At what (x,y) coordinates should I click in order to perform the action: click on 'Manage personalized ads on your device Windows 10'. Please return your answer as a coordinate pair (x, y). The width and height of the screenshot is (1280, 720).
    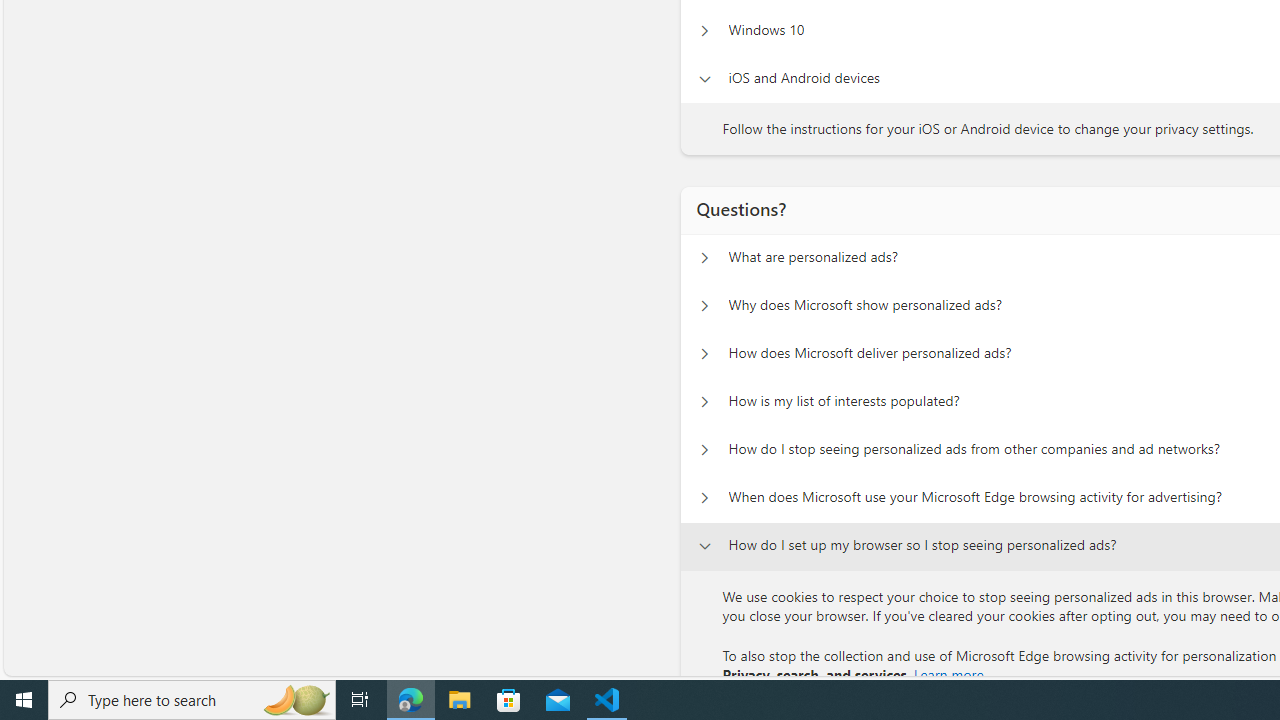
    Looking at the image, I should click on (704, 30).